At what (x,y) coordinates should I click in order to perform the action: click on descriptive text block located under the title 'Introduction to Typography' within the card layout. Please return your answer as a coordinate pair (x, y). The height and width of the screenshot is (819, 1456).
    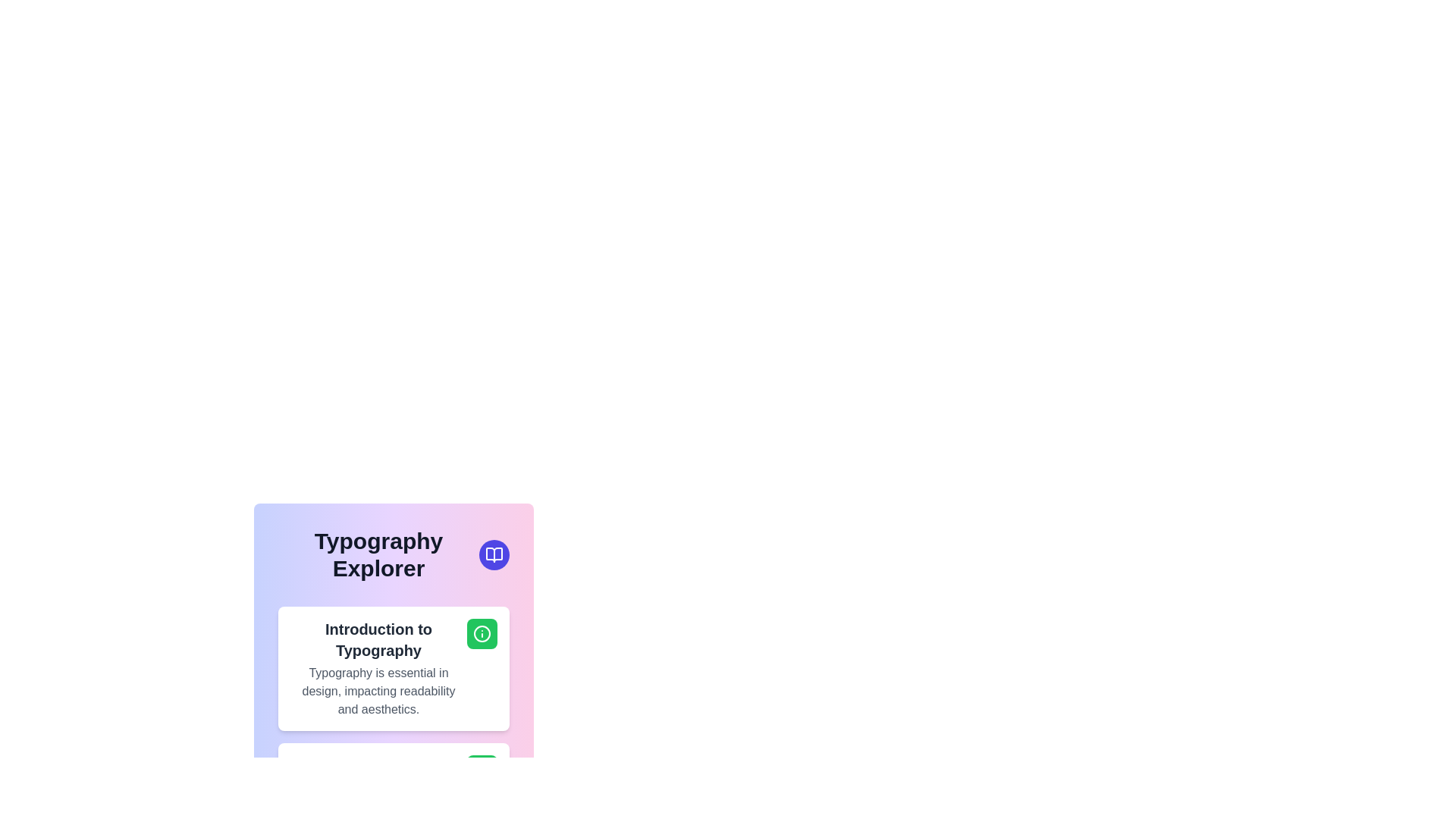
    Looking at the image, I should click on (378, 691).